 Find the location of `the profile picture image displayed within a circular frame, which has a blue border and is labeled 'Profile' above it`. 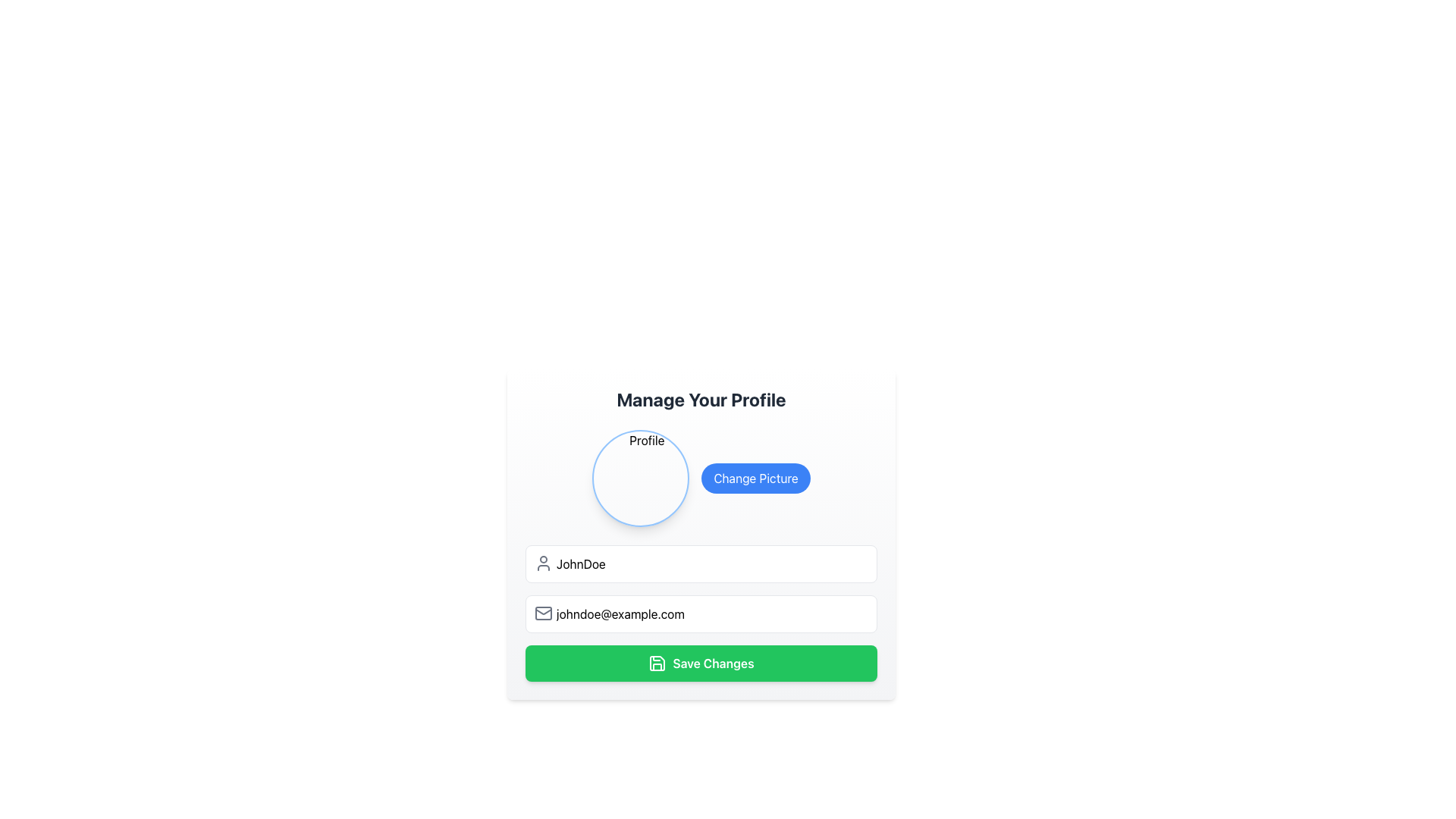

the profile picture image displayed within a circular frame, which has a blue border and is labeled 'Profile' above it is located at coordinates (641, 479).